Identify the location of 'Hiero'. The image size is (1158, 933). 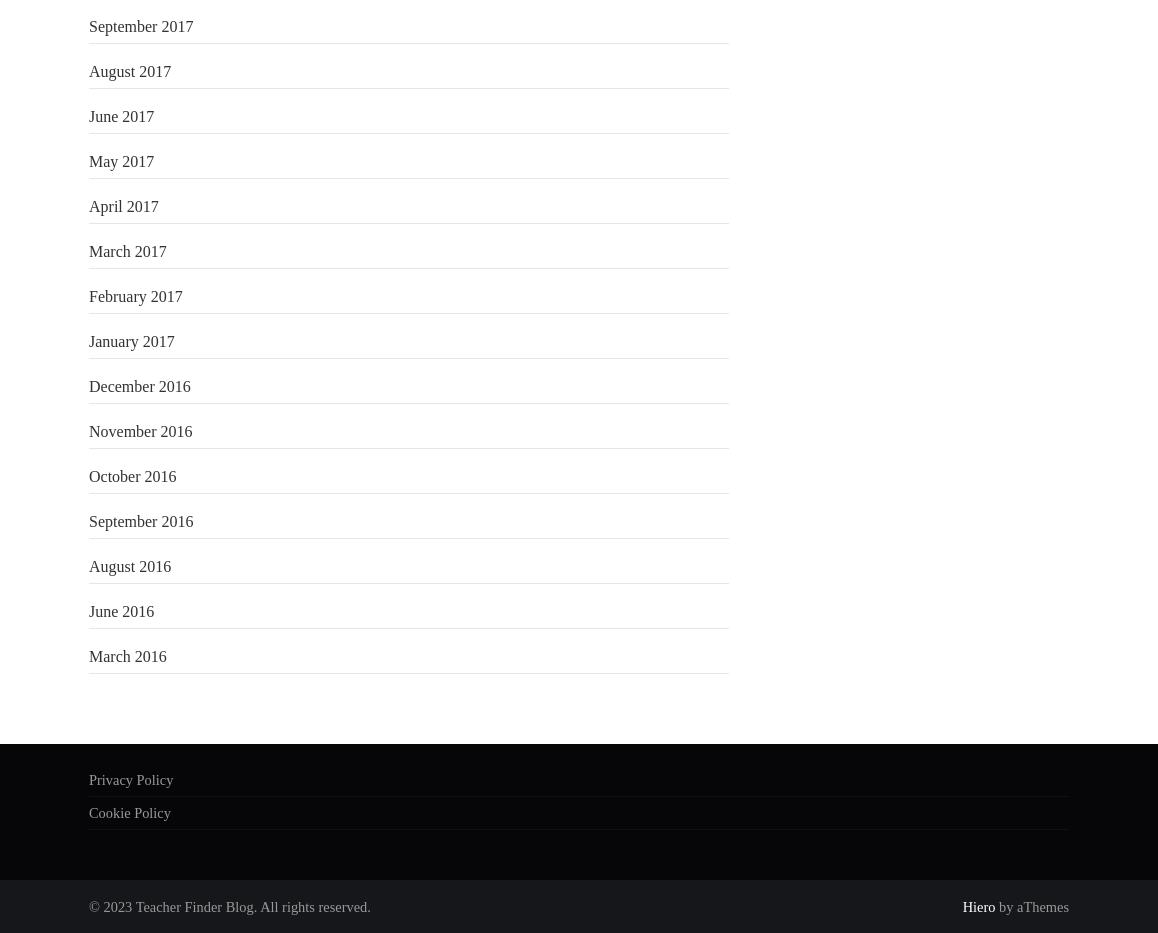
(977, 906).